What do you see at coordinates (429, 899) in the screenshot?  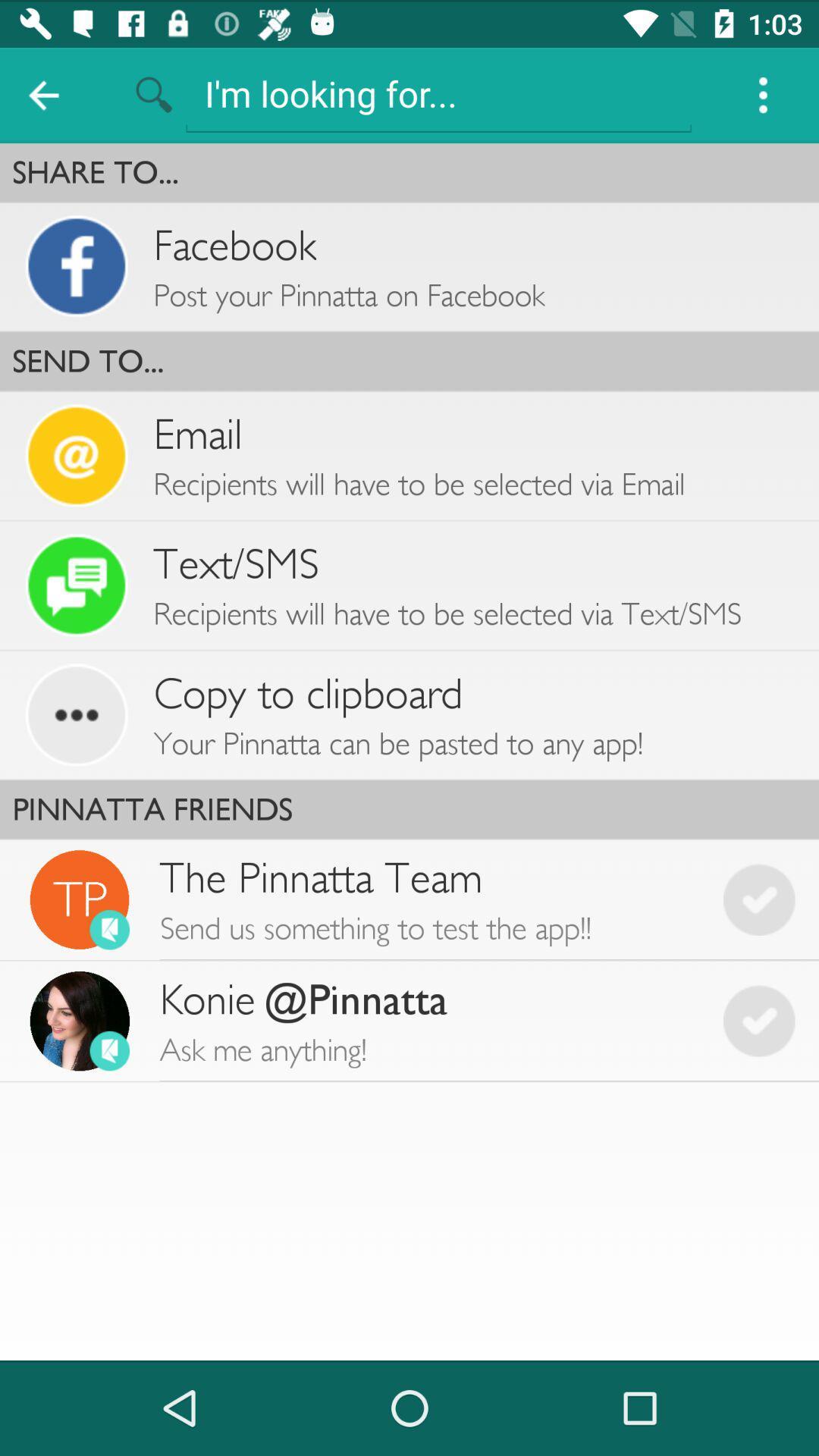 I see `the icon below pinnatta friends` at bounding box center [429, 899].